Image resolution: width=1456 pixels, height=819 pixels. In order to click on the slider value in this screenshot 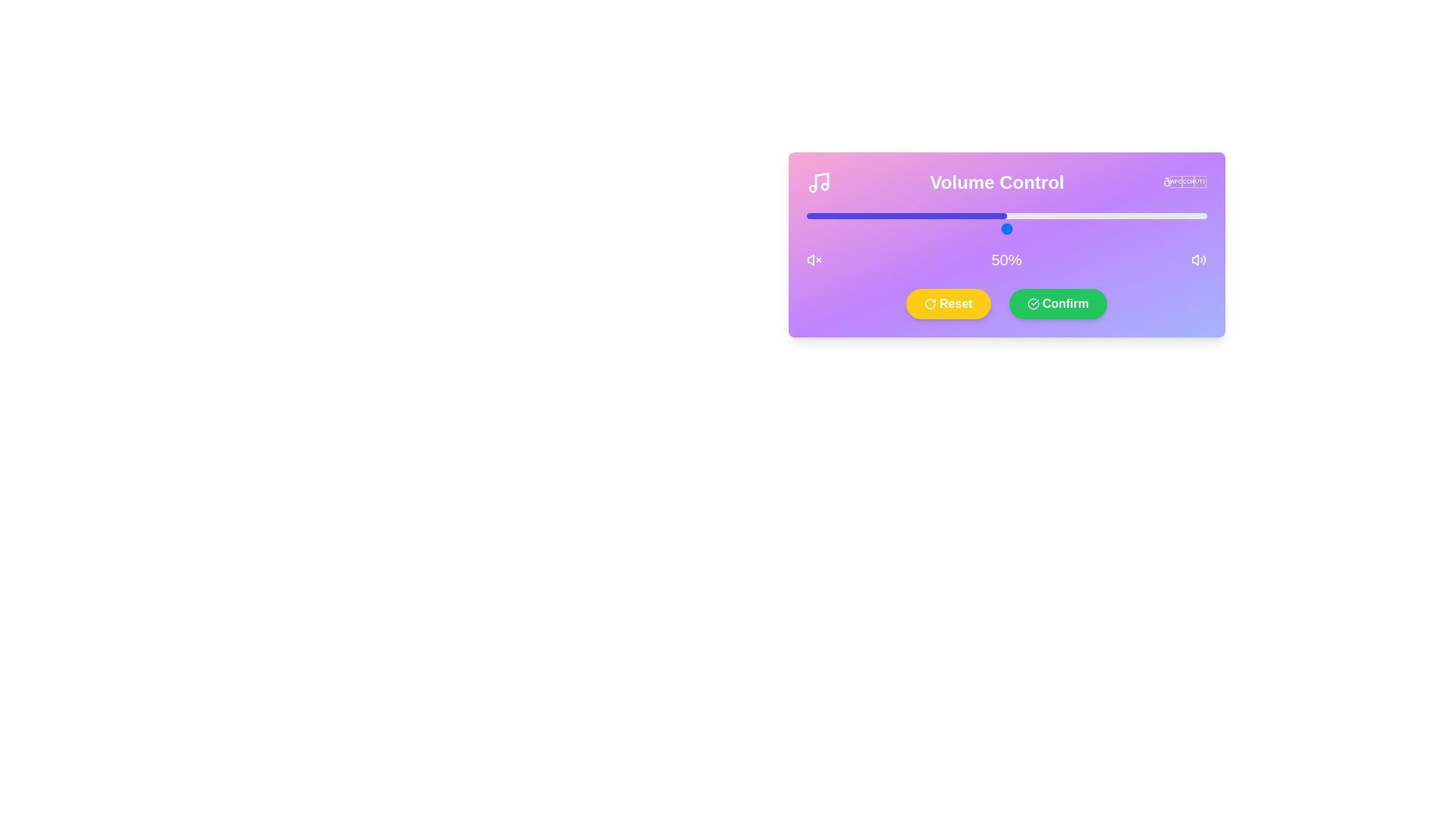, I will do `click(946, 216)`.